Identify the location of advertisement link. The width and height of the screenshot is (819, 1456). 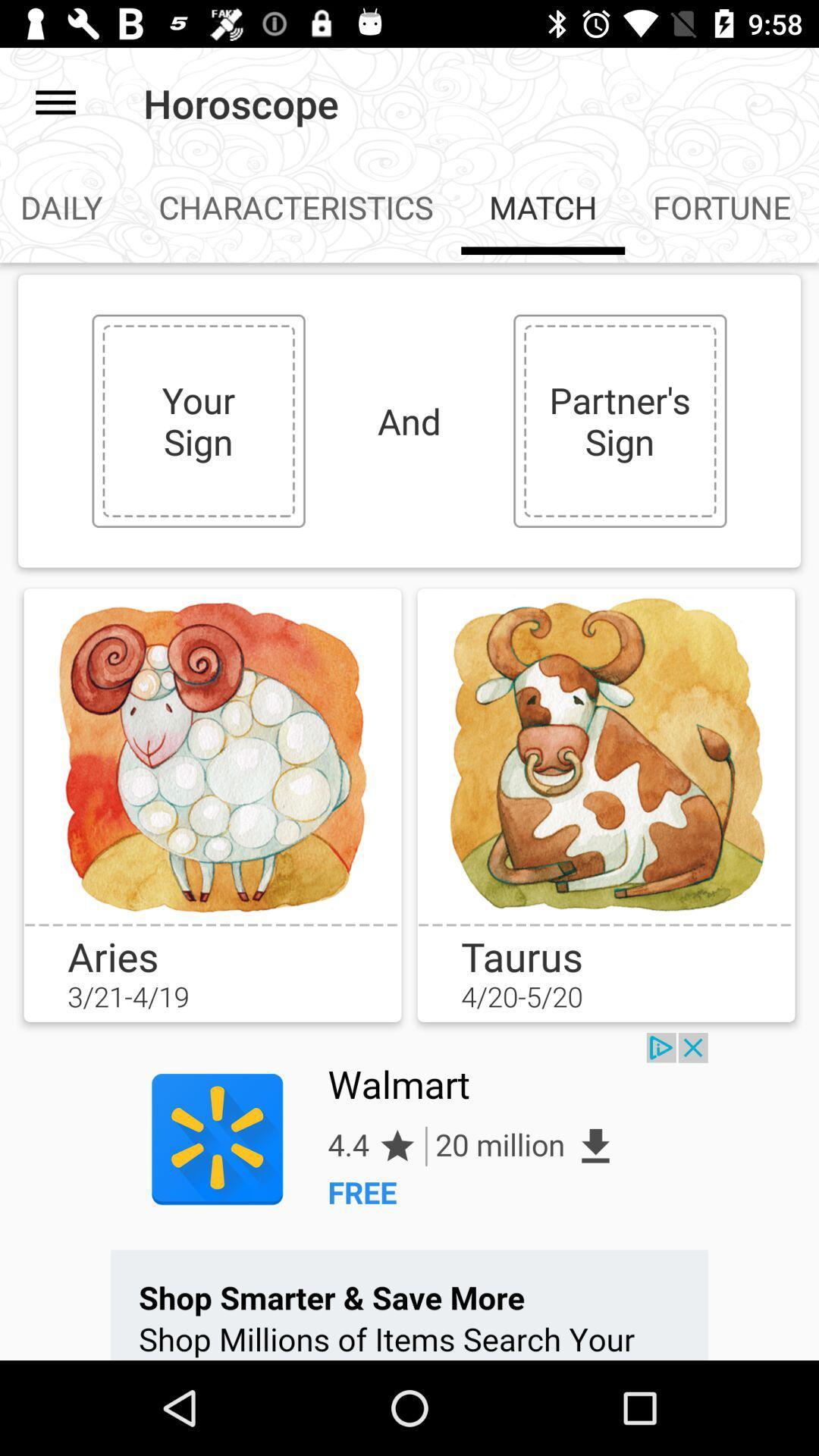
(409, 1196).